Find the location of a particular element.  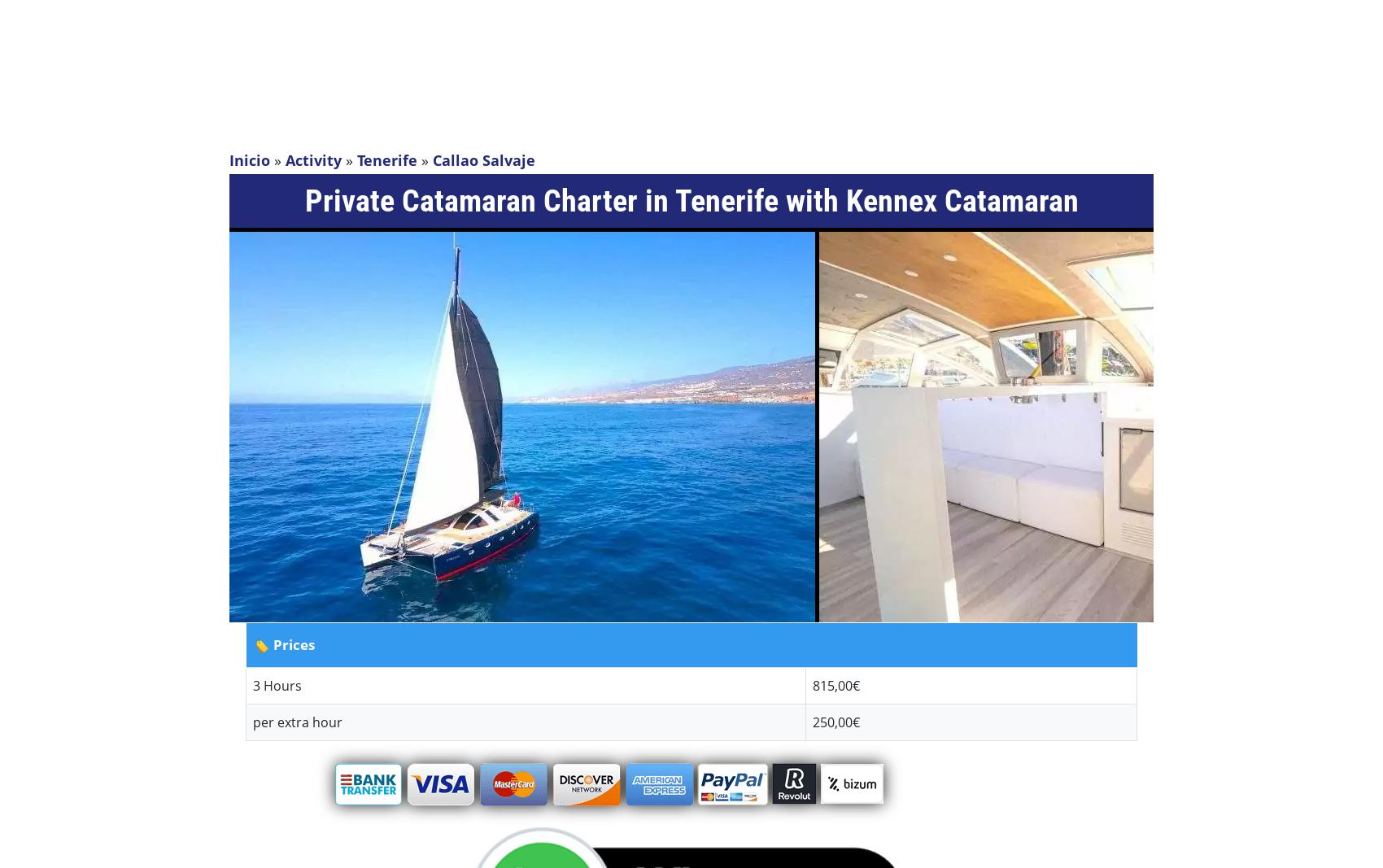

'the' is located at coordinates (822, 136).